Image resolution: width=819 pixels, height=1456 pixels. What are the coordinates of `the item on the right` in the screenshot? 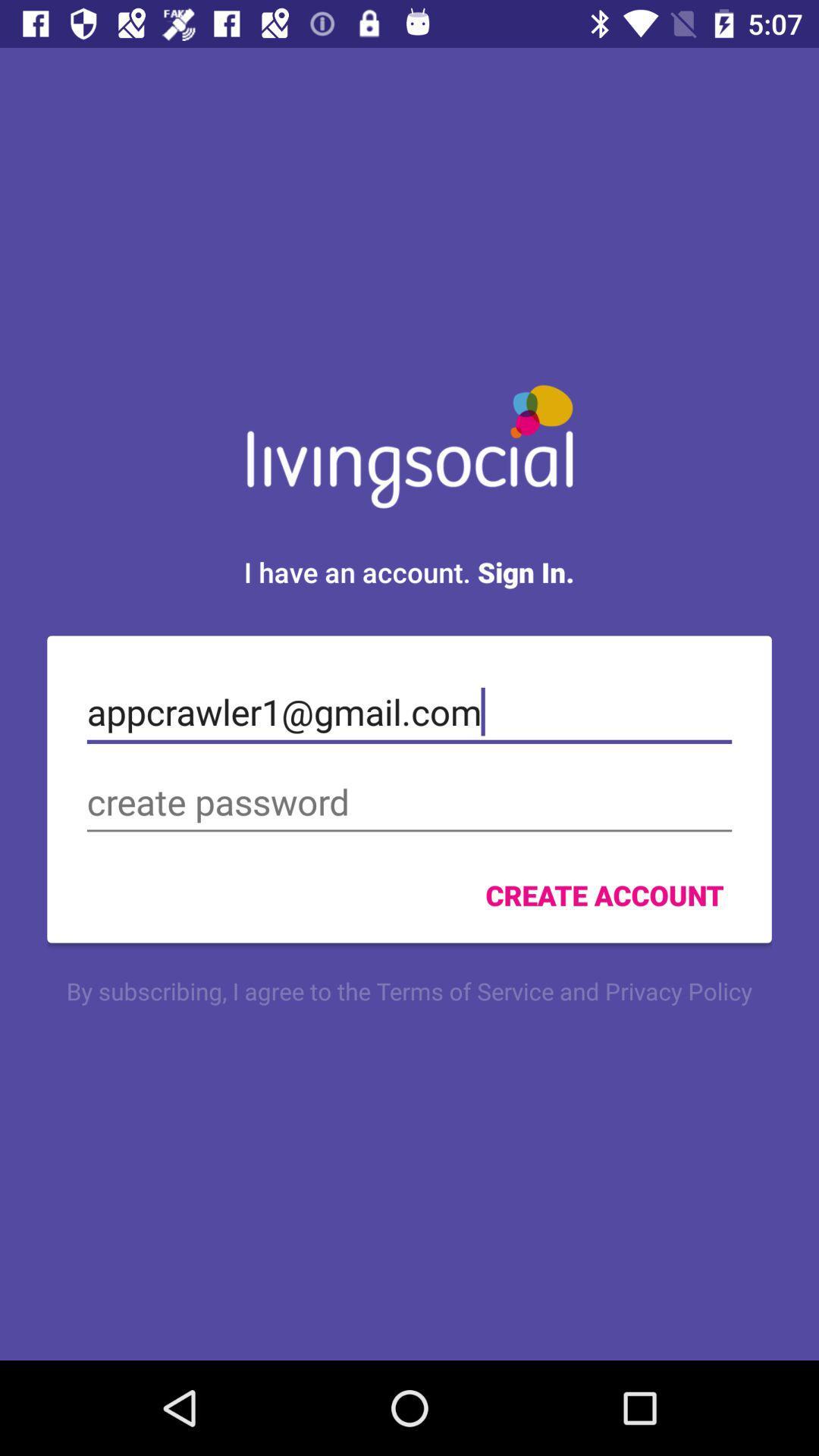 It's located at (604, 895).